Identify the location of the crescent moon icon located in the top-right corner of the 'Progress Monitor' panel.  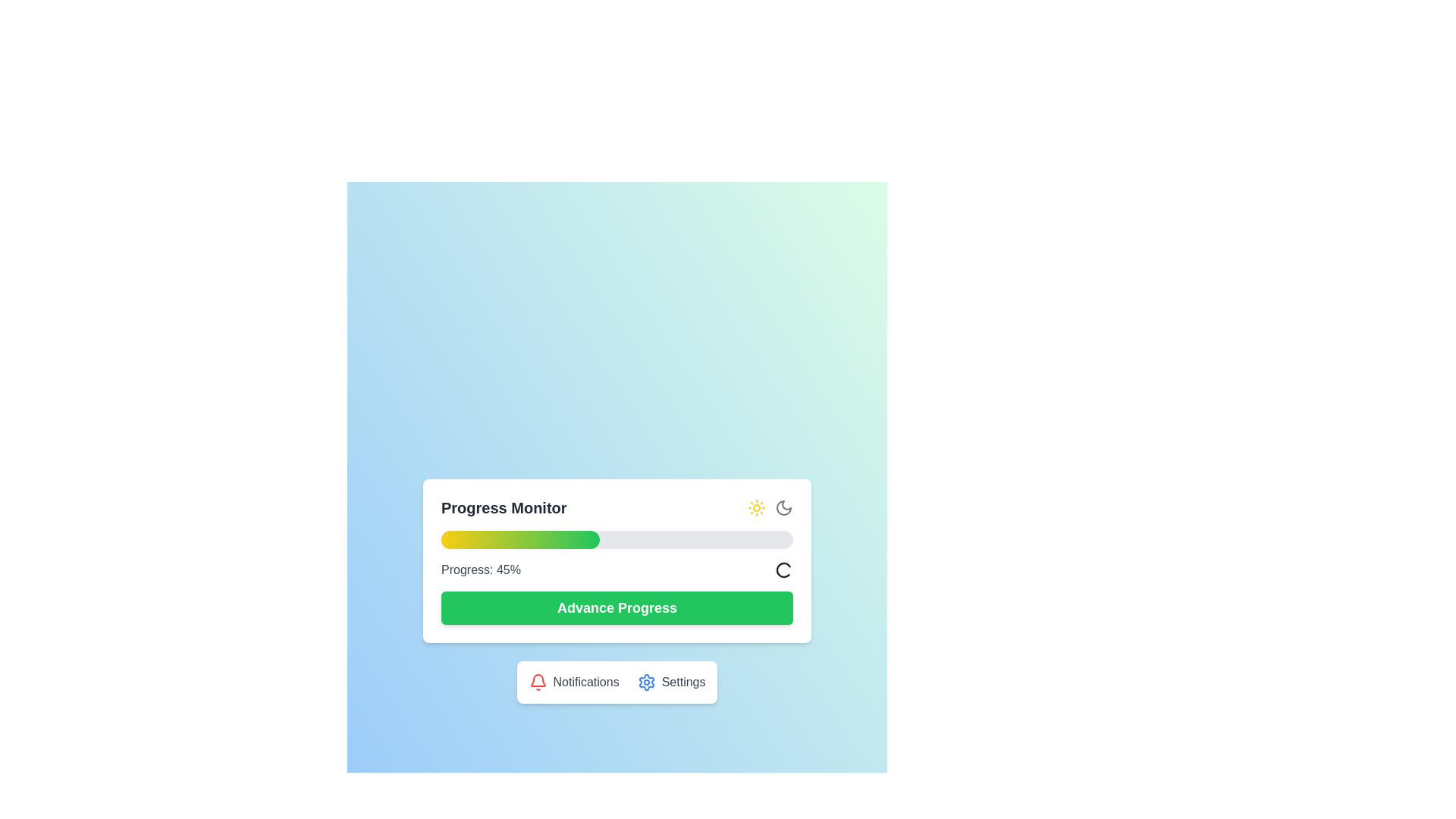
(783, 508).